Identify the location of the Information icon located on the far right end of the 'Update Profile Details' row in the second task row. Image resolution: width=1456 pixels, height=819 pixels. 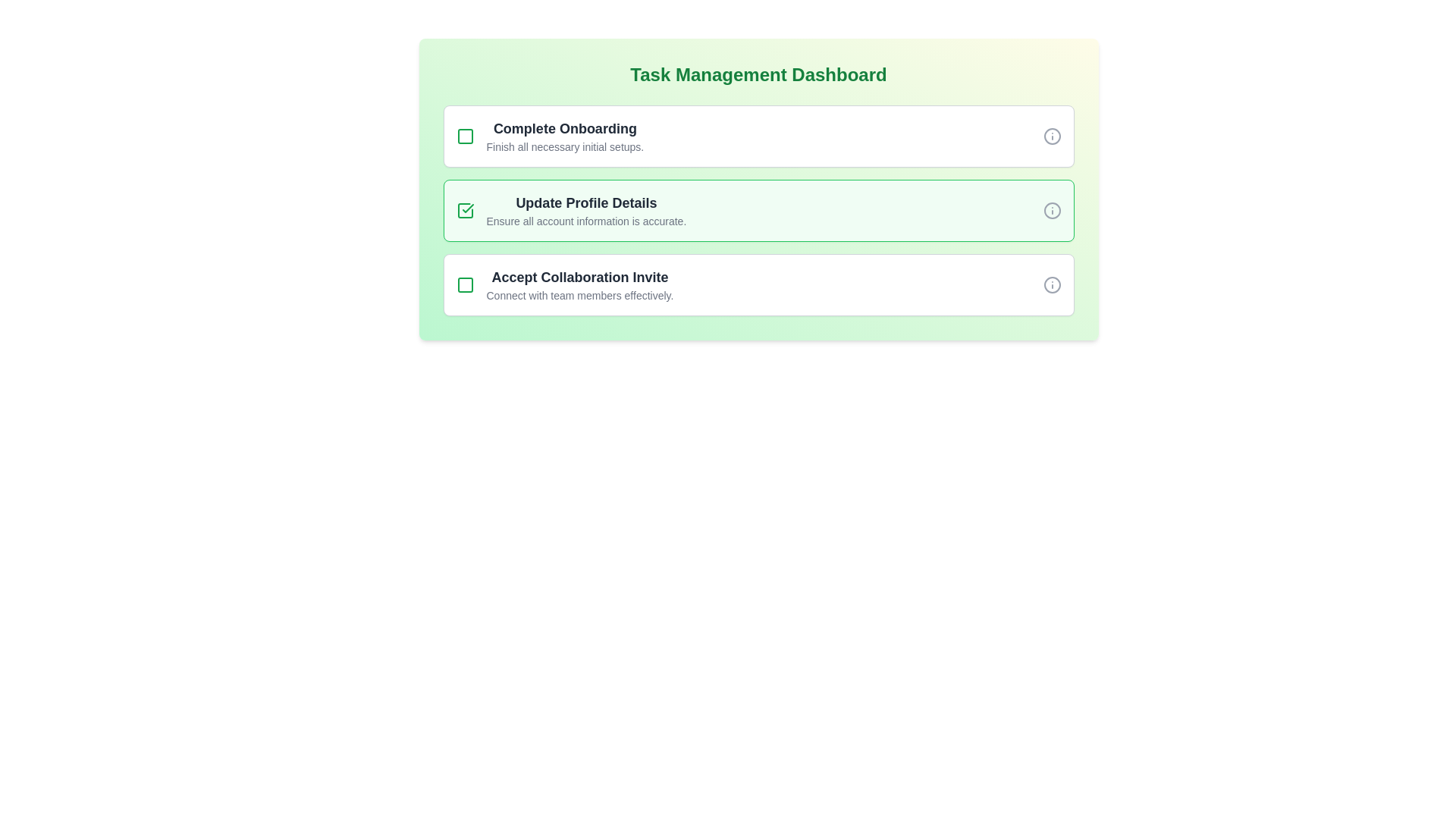
(1051, 210).